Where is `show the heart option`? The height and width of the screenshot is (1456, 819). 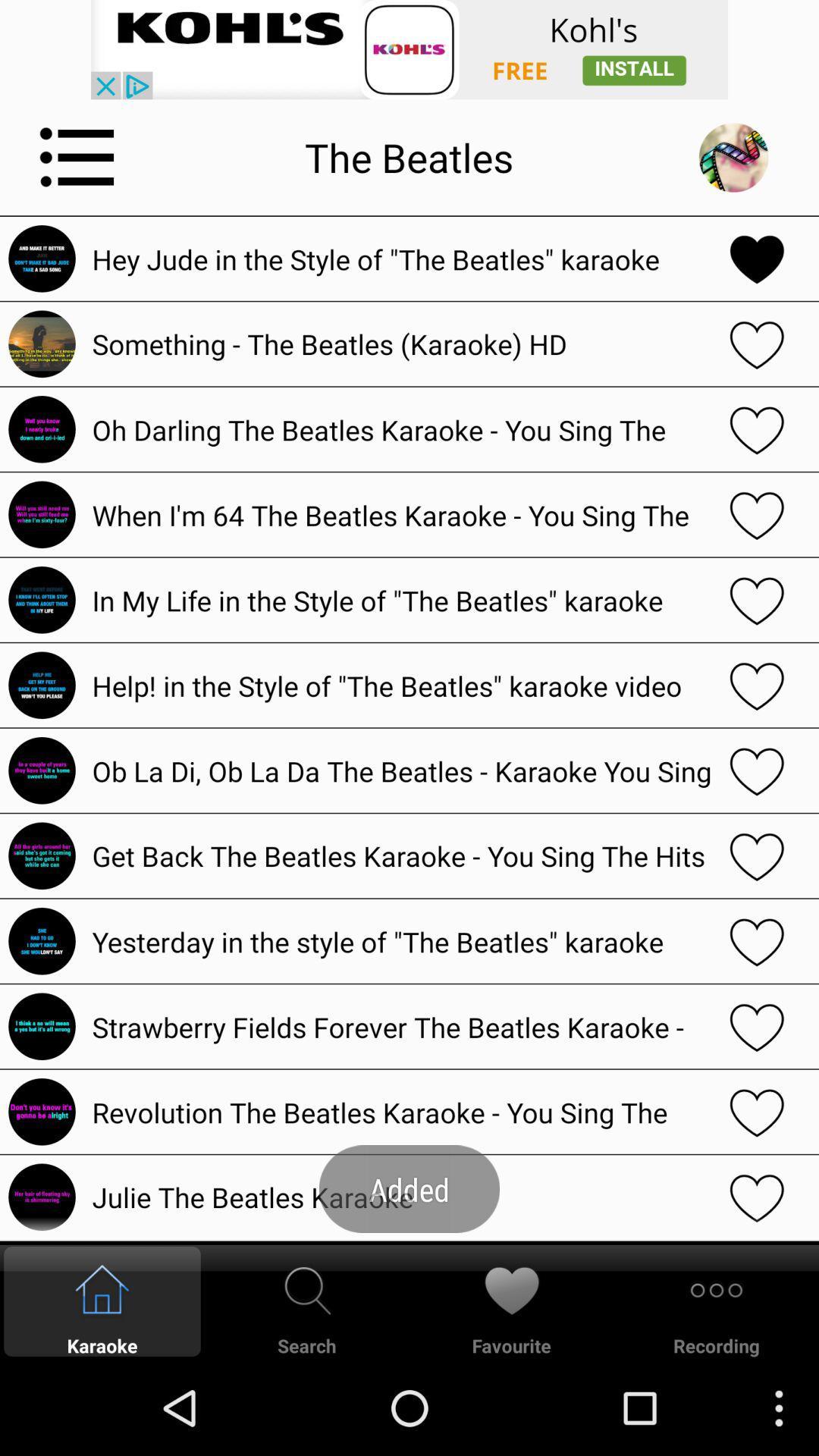 show the heart option is located at coordinates (757, 1026).